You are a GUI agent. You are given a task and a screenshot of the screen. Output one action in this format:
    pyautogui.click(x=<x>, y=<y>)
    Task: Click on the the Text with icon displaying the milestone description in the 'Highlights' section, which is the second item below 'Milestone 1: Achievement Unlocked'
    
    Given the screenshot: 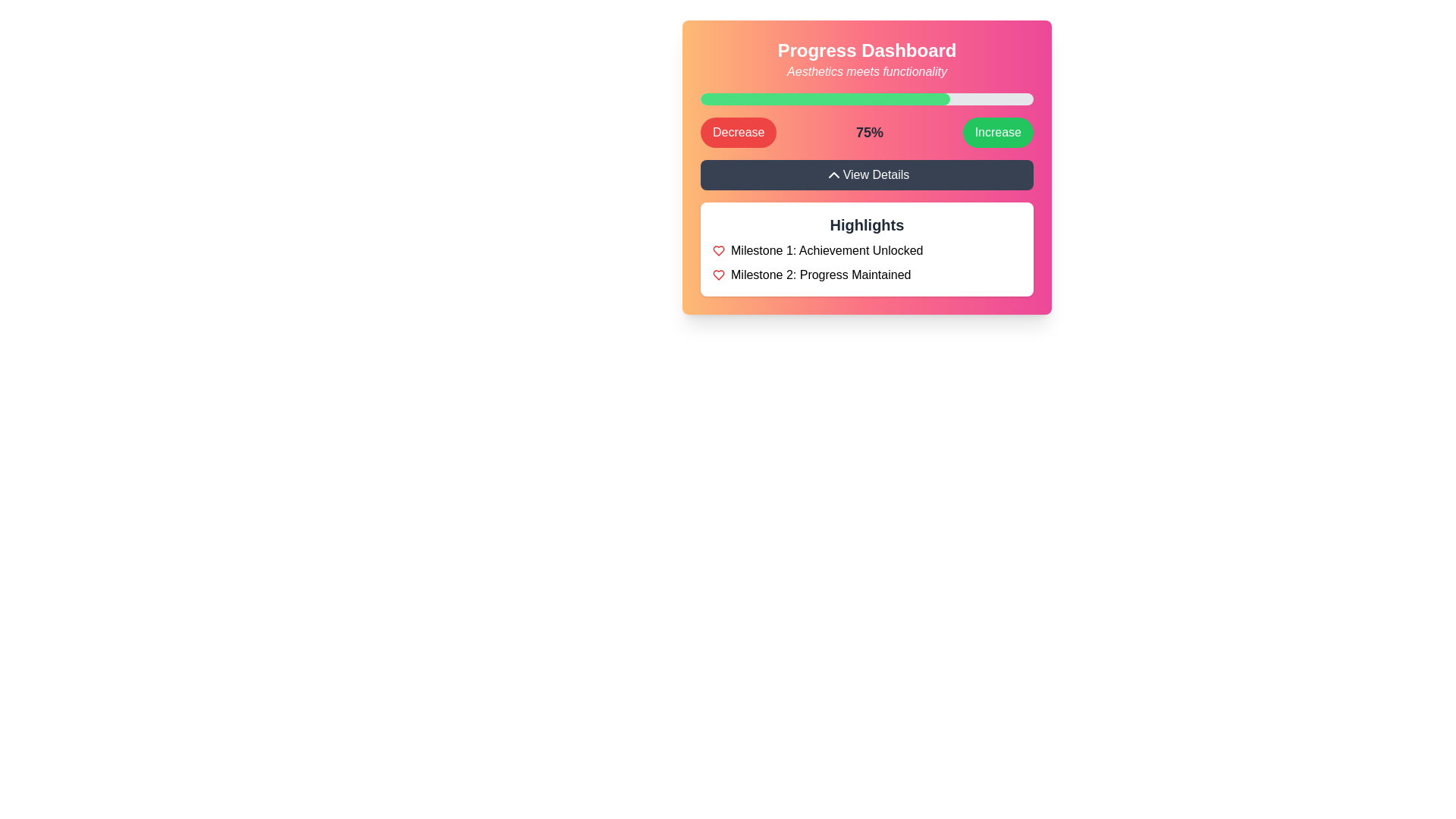 What is the action you would take?
    pyautogui.click(x=867, y=275)
    